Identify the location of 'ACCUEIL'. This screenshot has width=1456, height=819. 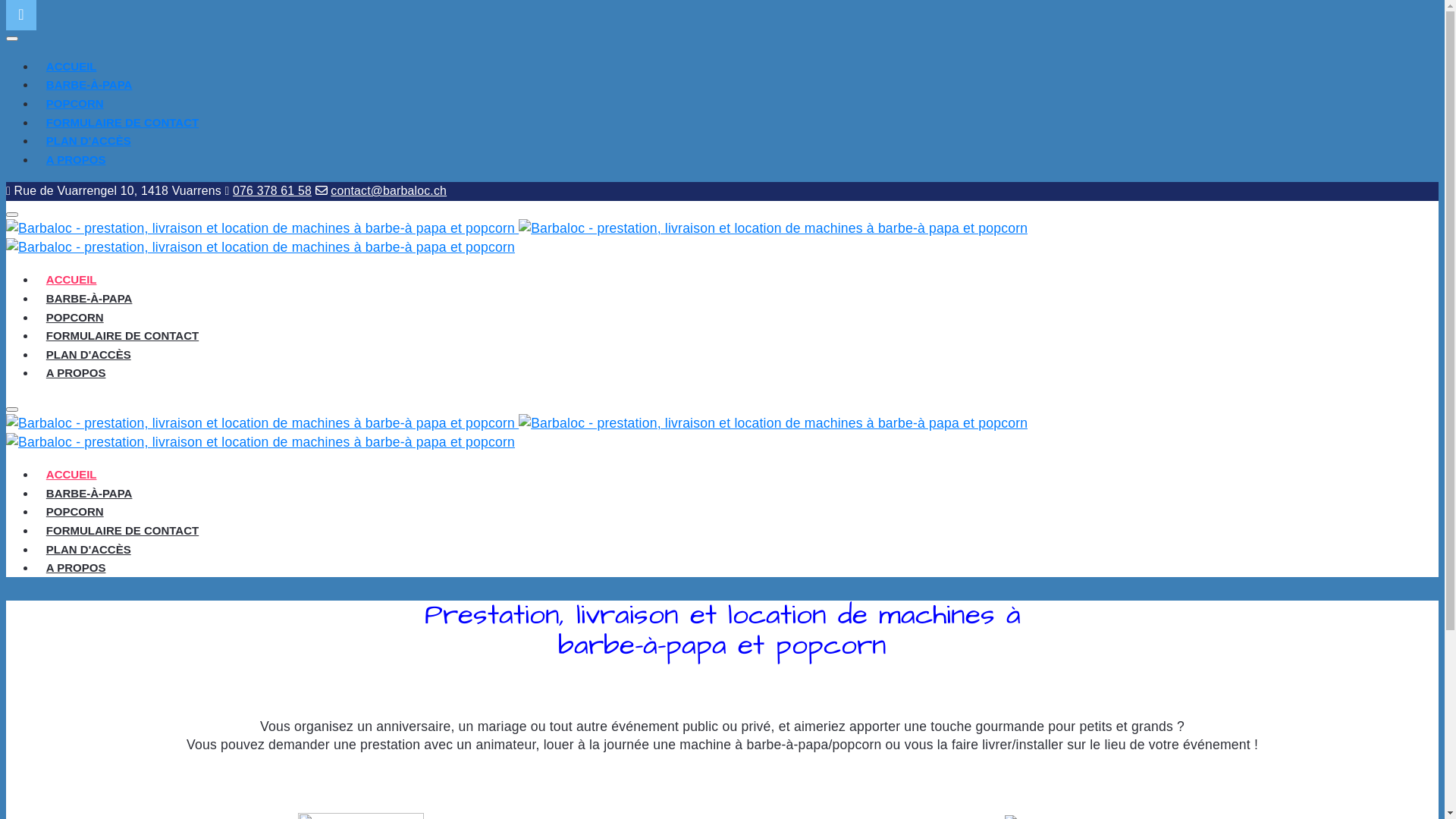
(71, 65).